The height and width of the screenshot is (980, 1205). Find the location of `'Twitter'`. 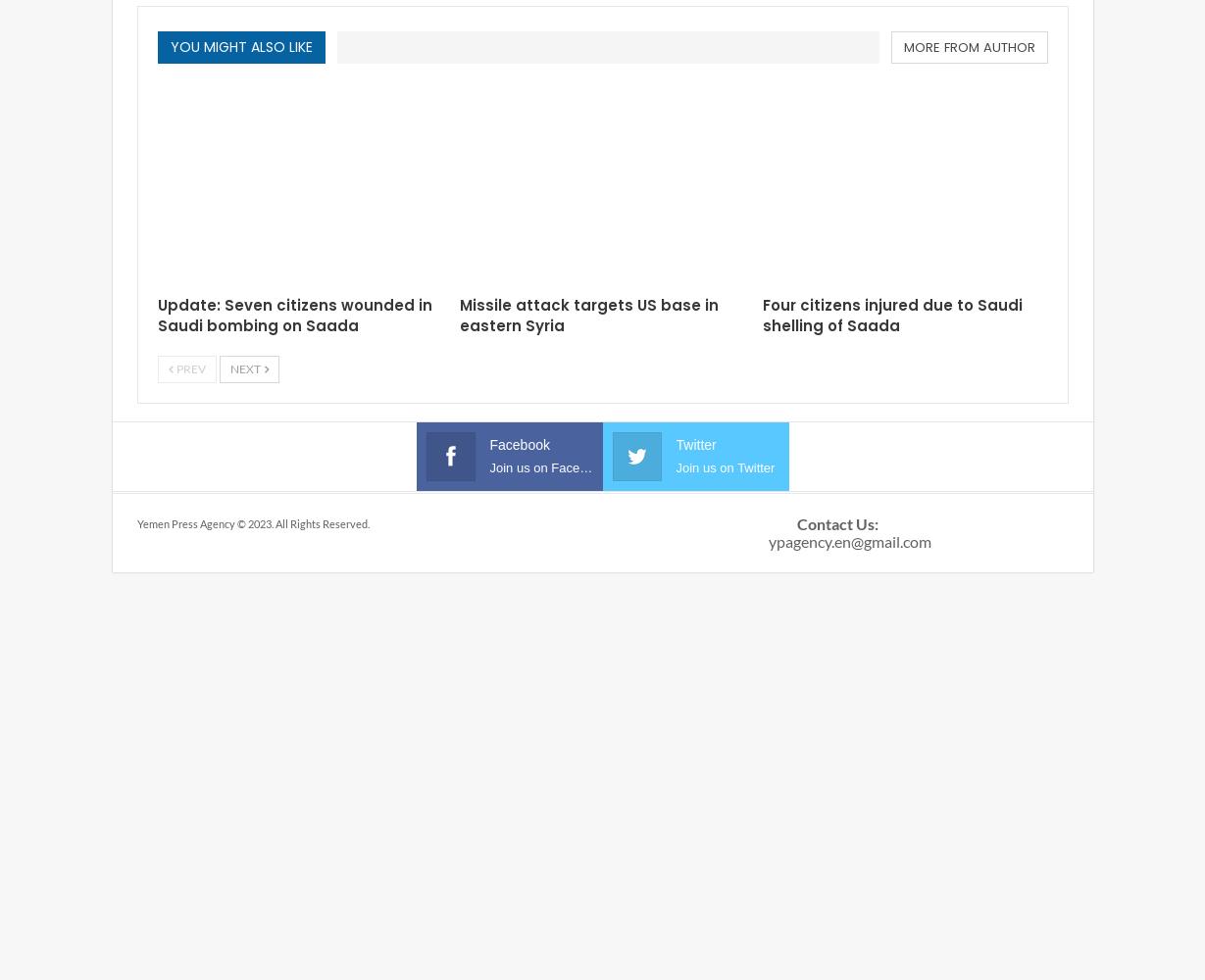

'Twitter' is located at coordinates (694, 444).